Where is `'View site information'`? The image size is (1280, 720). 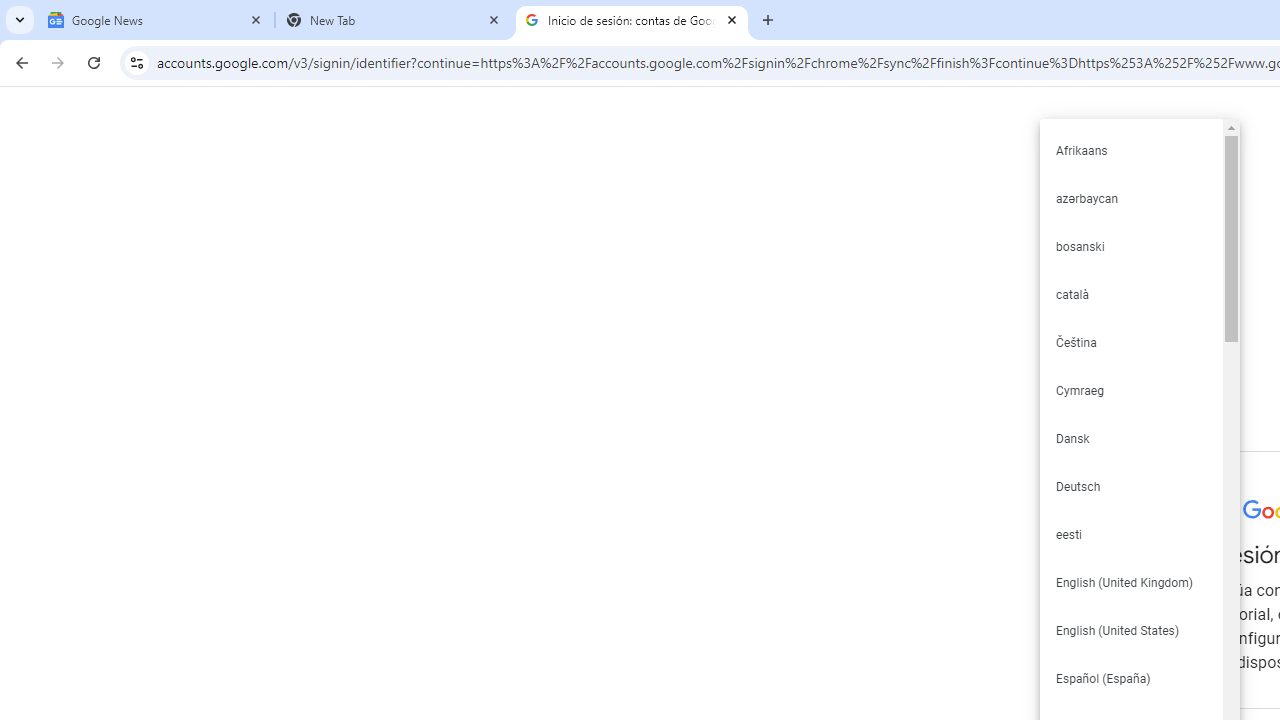
'View site information' is located at coordinates (135, 61).